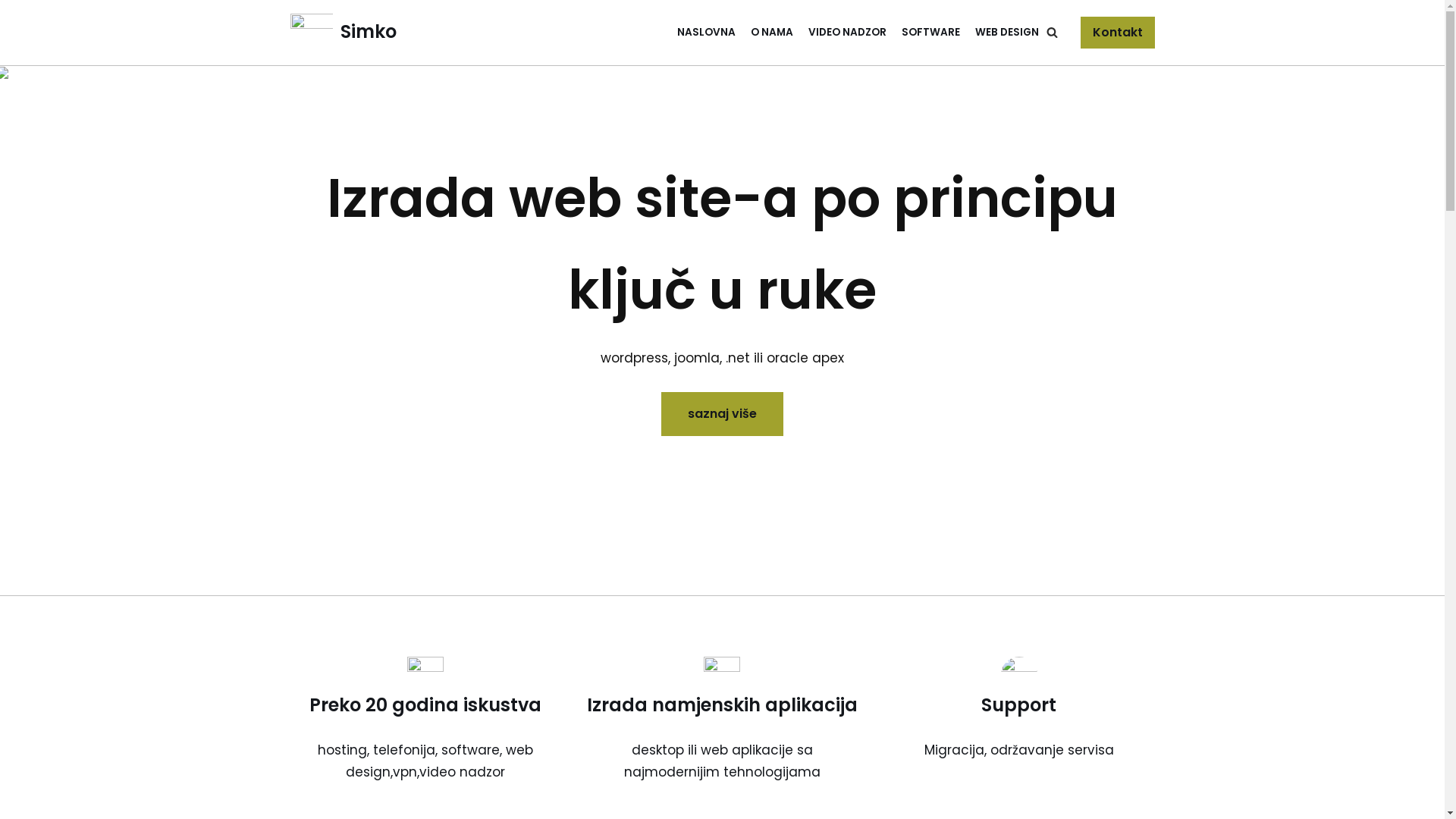 This screenshot has height=819, width=1456. Describe the element at coordinates (846, 32) in the screenshot. I see `'VIDEO NADZOR'` at that location.